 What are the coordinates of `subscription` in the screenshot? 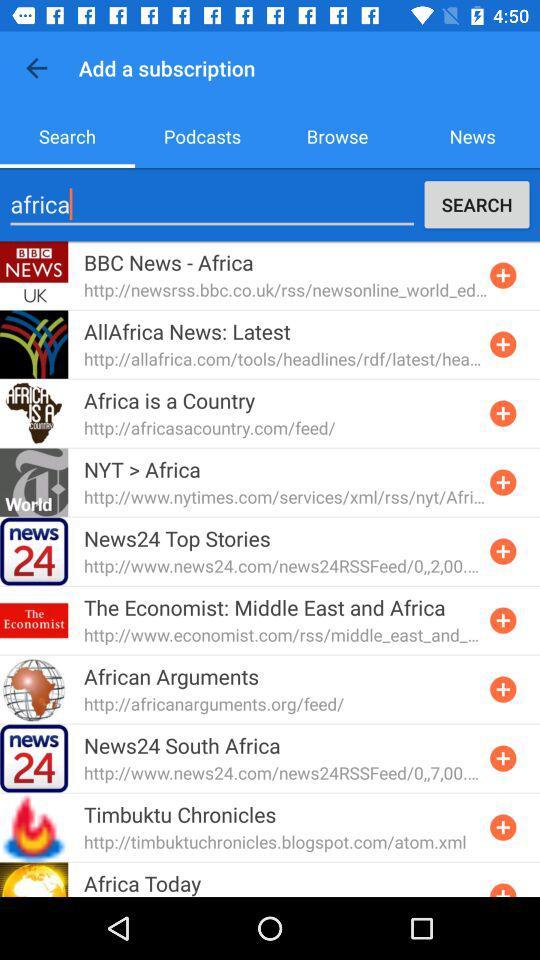 It's located at (502, 481).